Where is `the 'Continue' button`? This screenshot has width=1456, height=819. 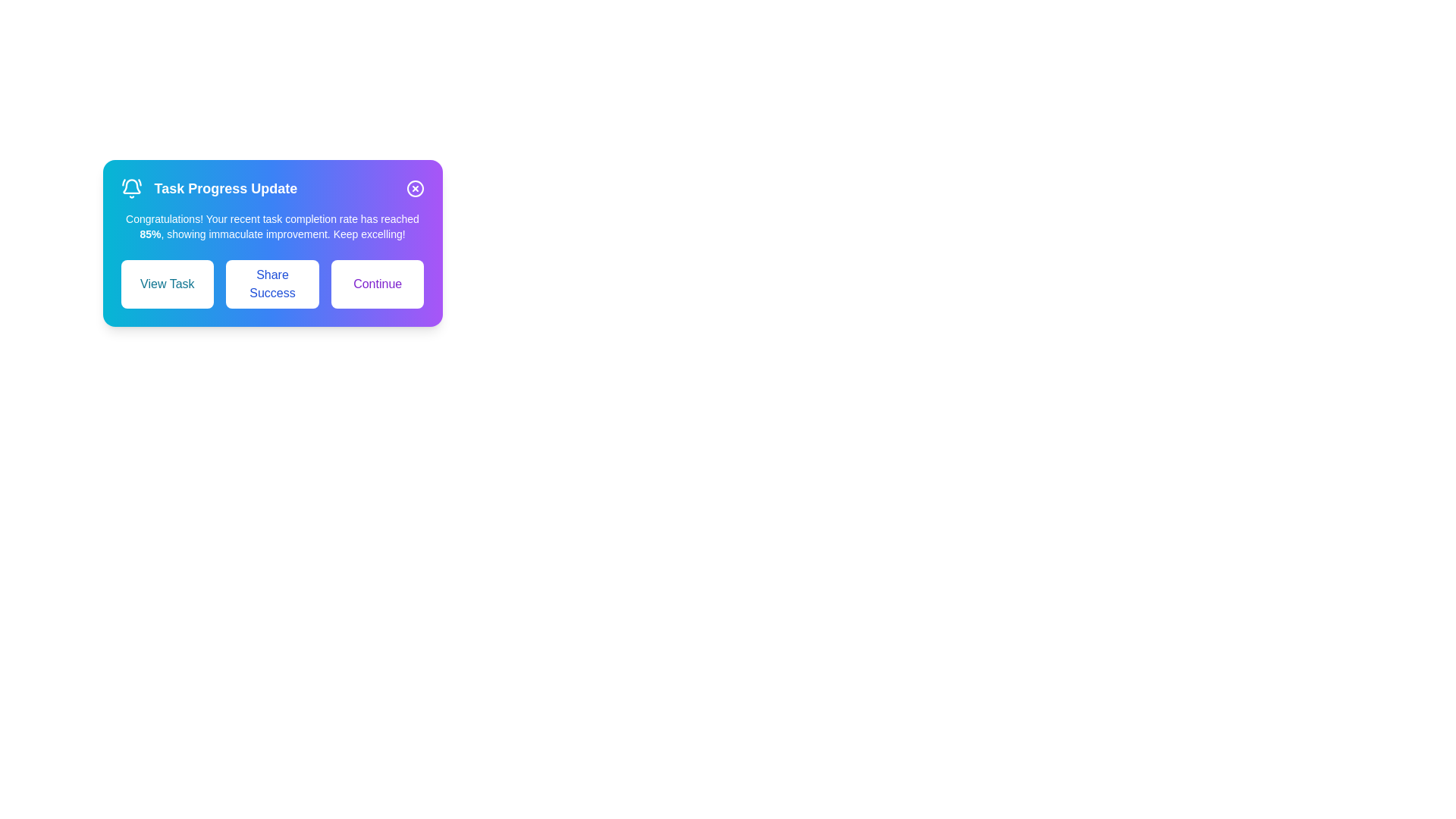
the 'Continue' button is located at coordinates (378, 284).